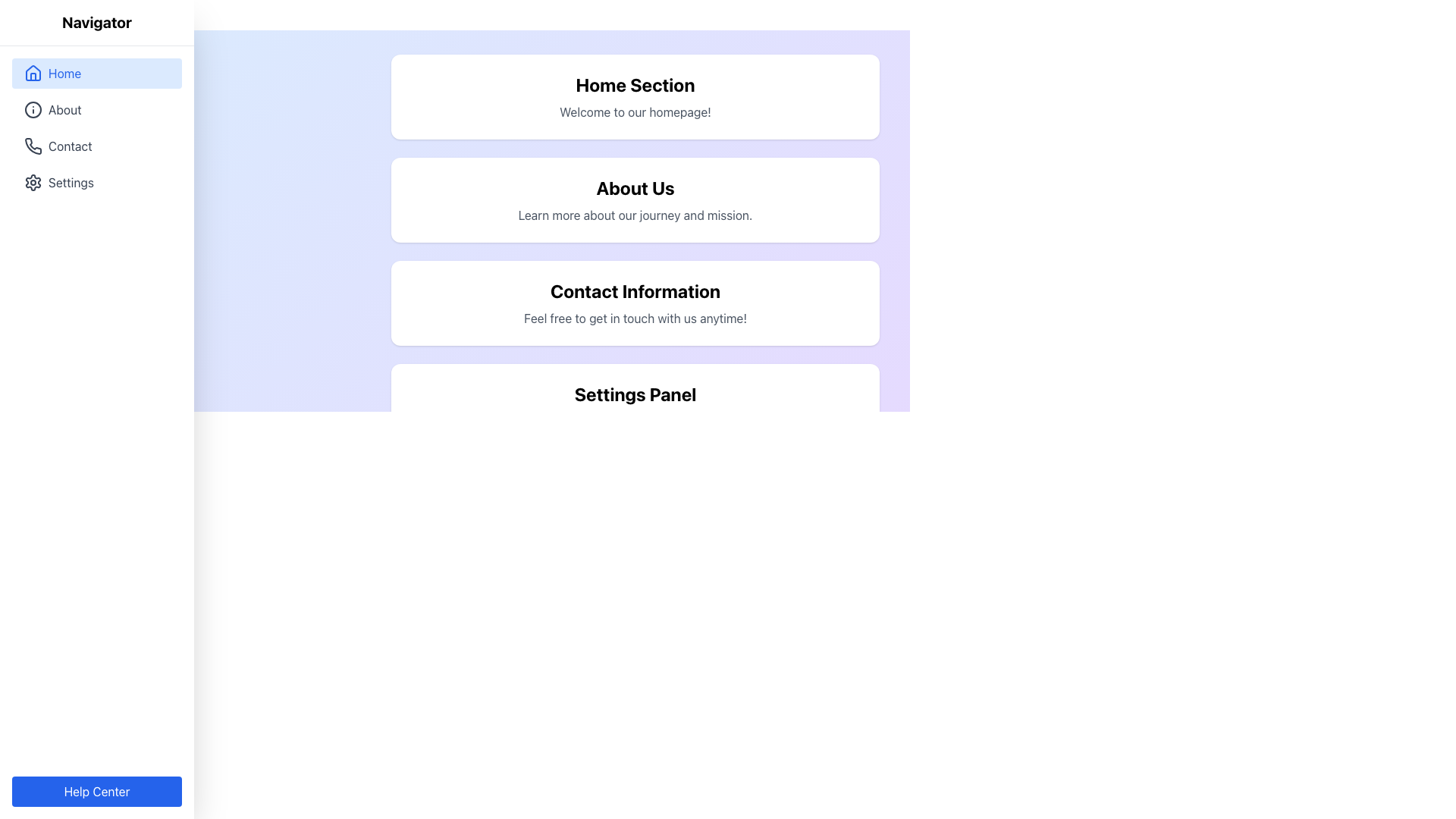 This screenshot has width=1456, height=819. Describe the element at coordinates (96, 791) in the screenshot. I see `the button located at the bottom of the sidebar navigation panel` at that location.